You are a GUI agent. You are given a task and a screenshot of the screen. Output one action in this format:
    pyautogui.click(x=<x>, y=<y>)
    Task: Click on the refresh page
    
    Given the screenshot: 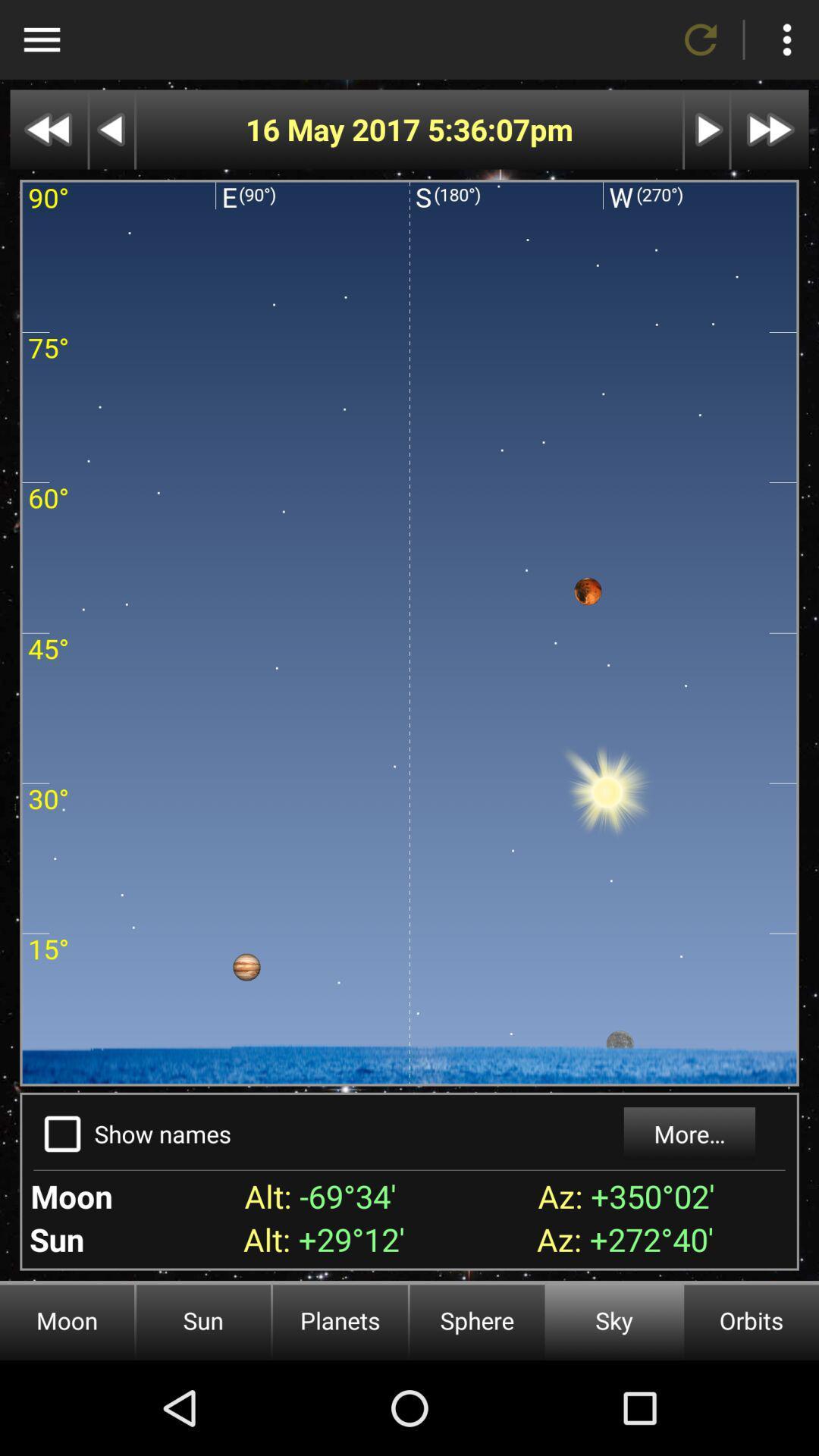 What is the action you would take?
    pyautogui.click(x=701, y=39)
    